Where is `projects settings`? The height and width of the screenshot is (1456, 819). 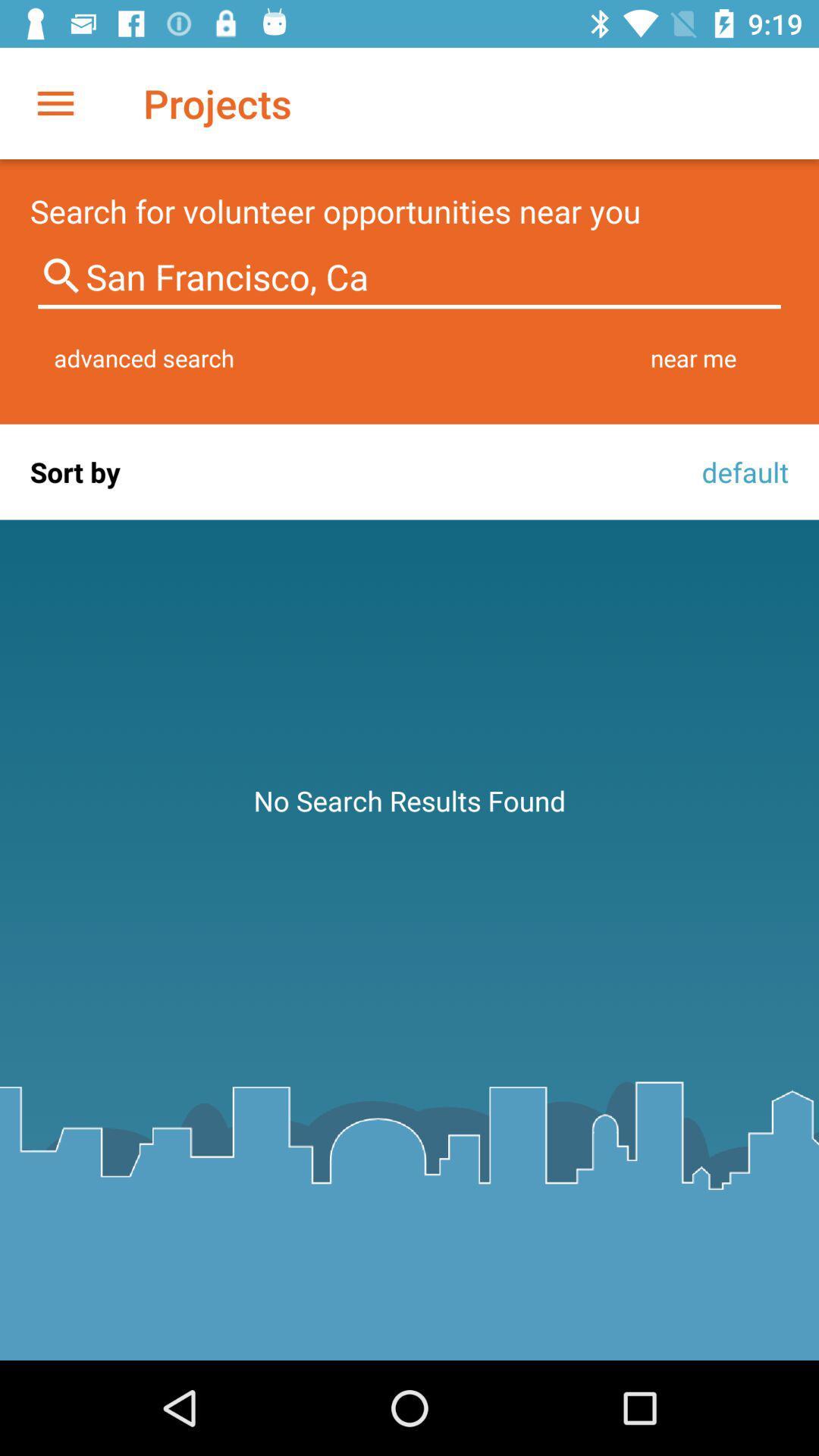 projects settings is located at coordinates (55, 102).